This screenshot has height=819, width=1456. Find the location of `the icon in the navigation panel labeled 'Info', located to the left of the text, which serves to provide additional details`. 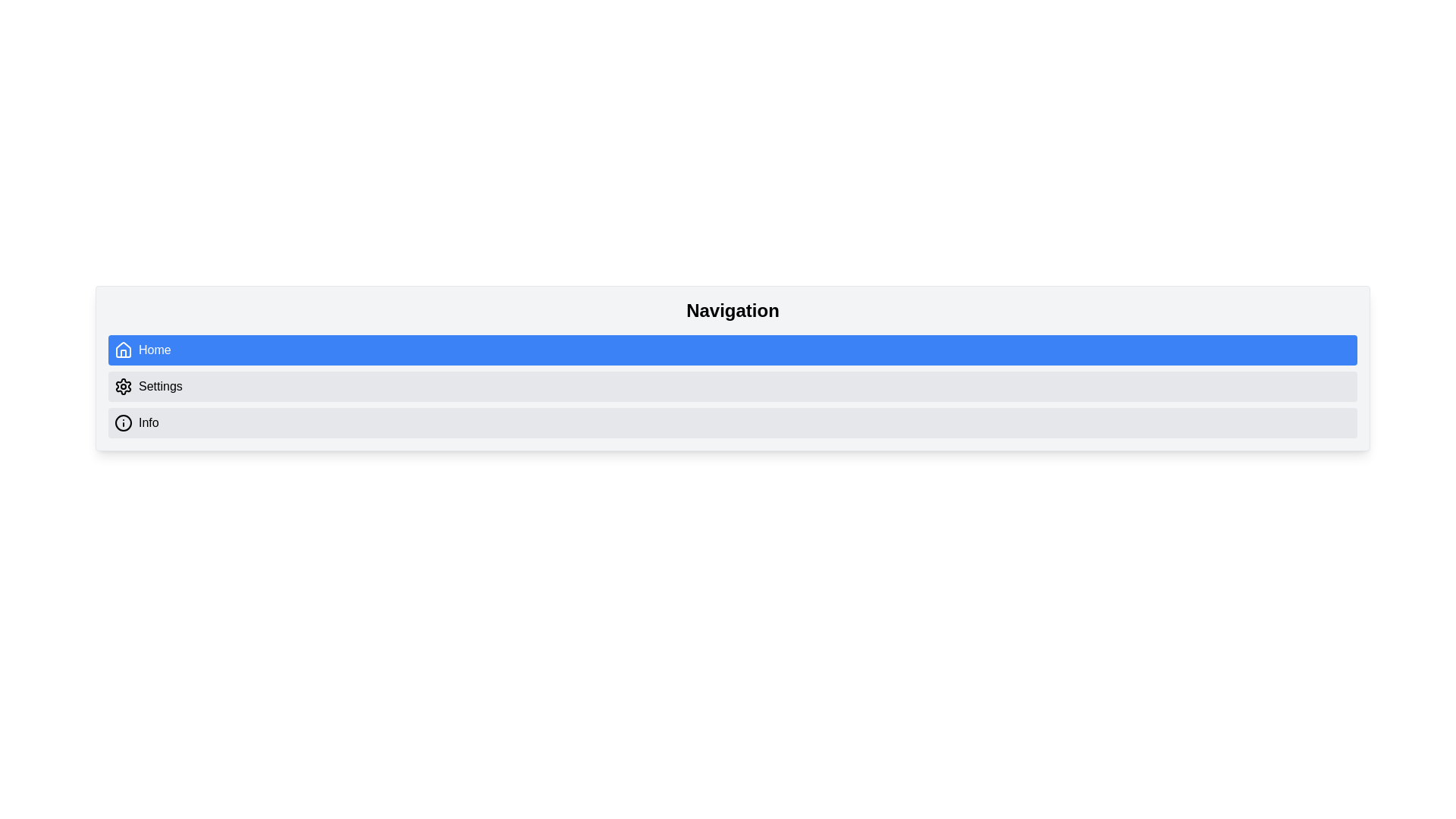

the icon in the navigation panel labeled 'Info', located to the left of the text, which serves to provide additional details is located at coordinates (124, 423).